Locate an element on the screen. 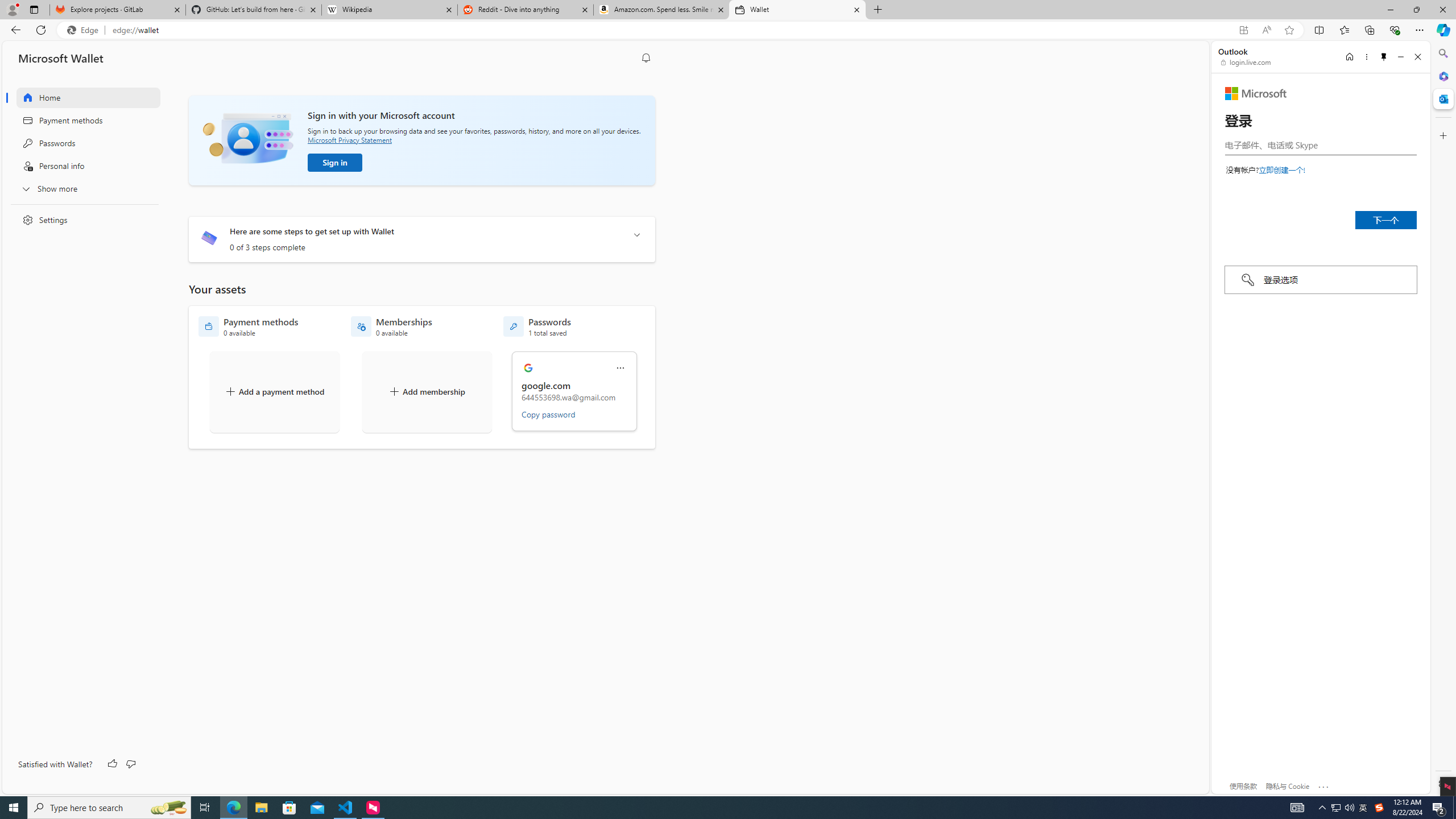 The height and width of the screenshot is (819, 1456). 'Add a payment method' is located at coordinates (274, 392).